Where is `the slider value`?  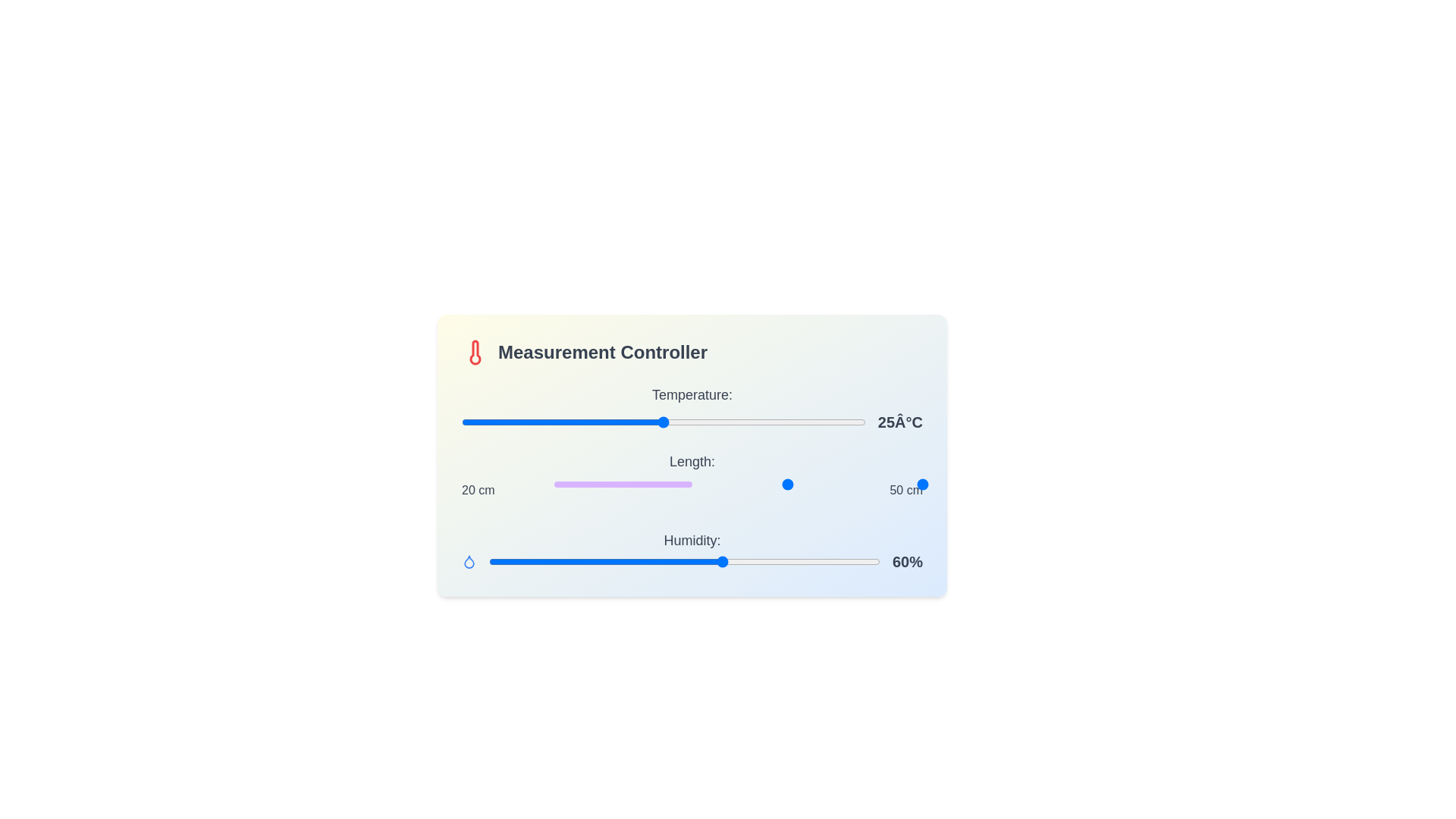
the slider value is located at coordinates (770, 485).